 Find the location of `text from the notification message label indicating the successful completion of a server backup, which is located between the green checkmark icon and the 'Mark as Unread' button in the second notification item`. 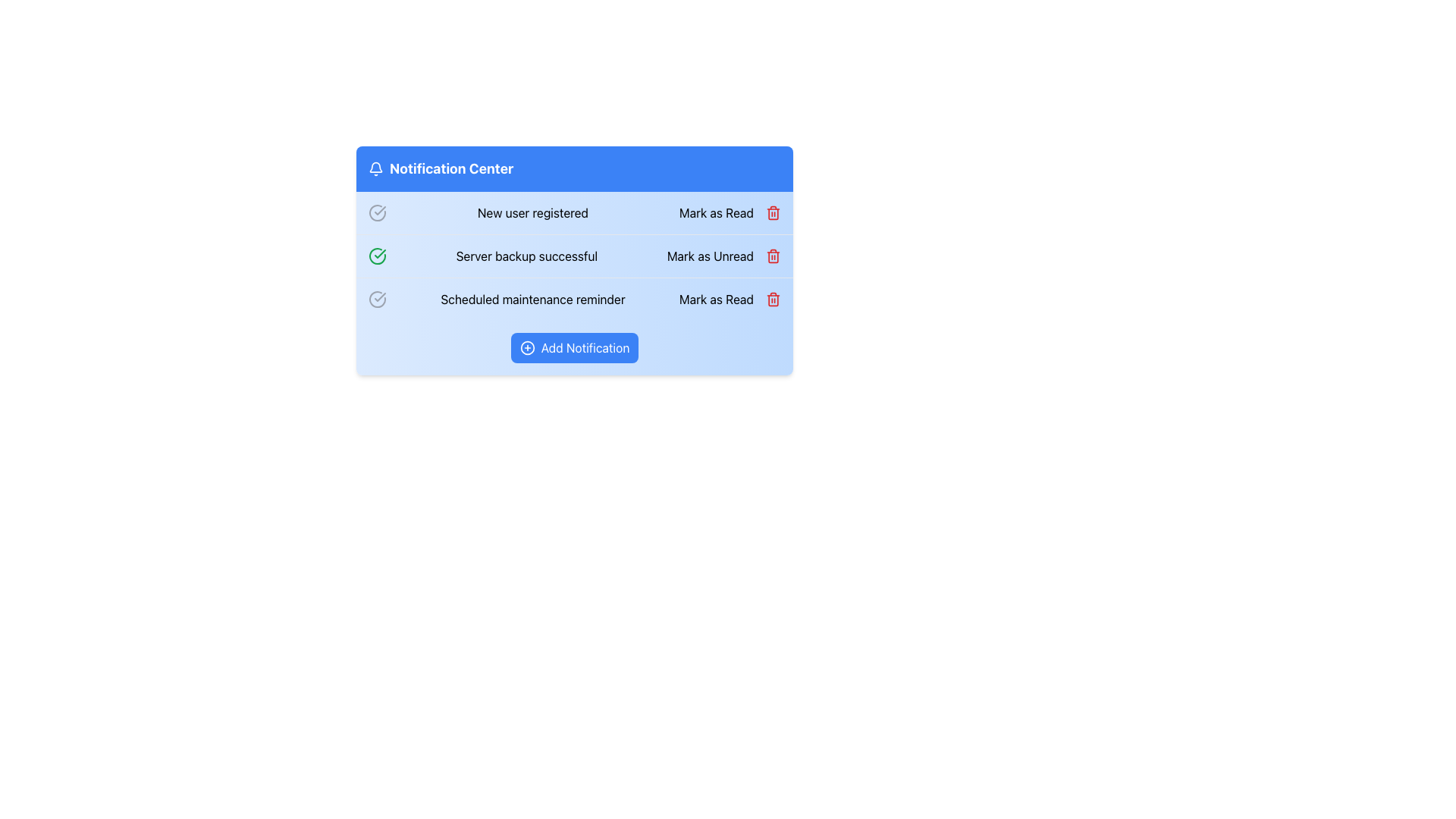

text from the notification message label indicating the successful completion of a server backup, which is located between the green checkmark icon and the 'Mark as Unread' button in the second notification item is located at coordinates (526, 256).